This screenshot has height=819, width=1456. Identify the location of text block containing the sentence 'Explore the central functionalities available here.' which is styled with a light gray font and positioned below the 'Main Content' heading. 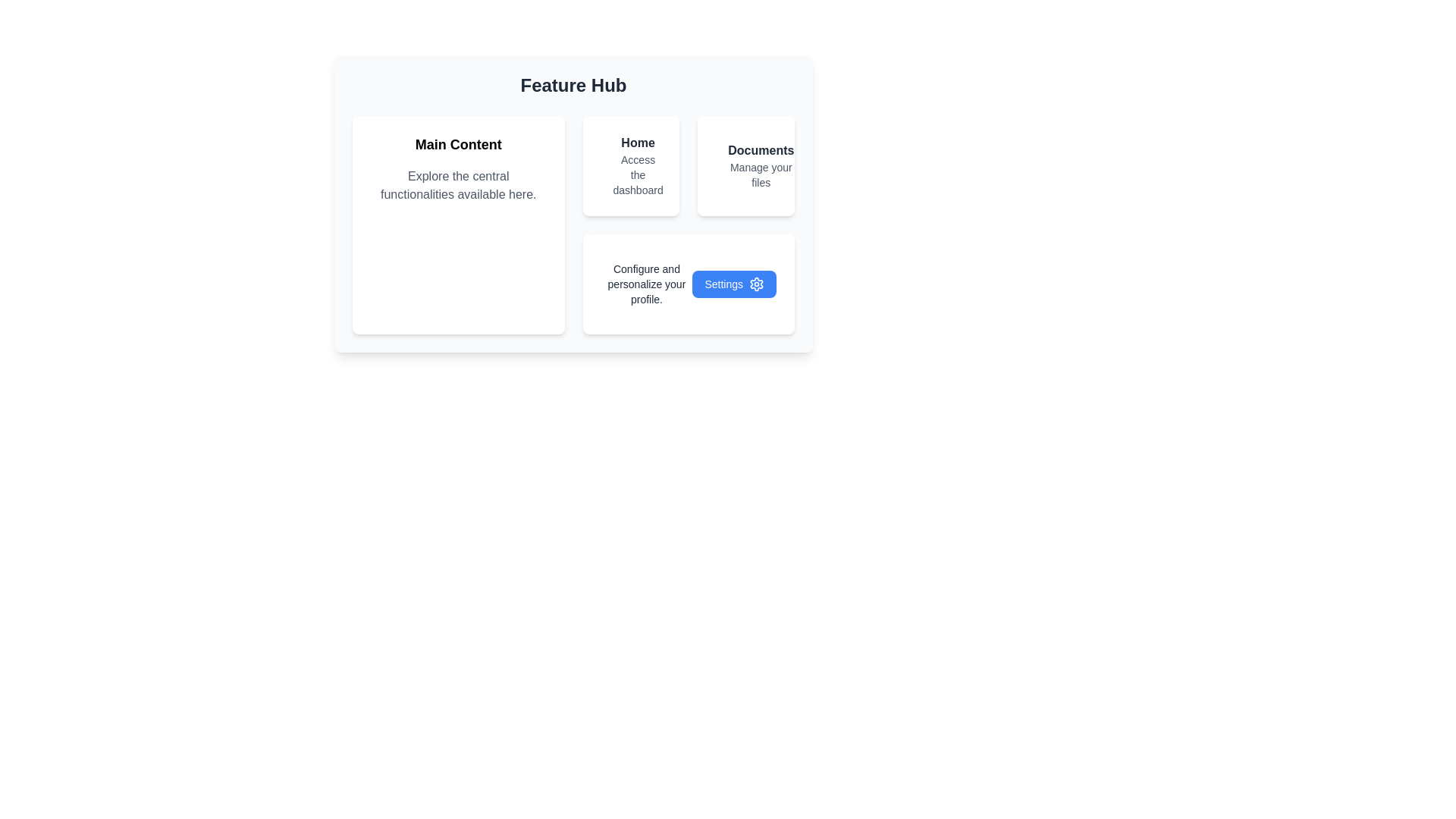
(457, 185).